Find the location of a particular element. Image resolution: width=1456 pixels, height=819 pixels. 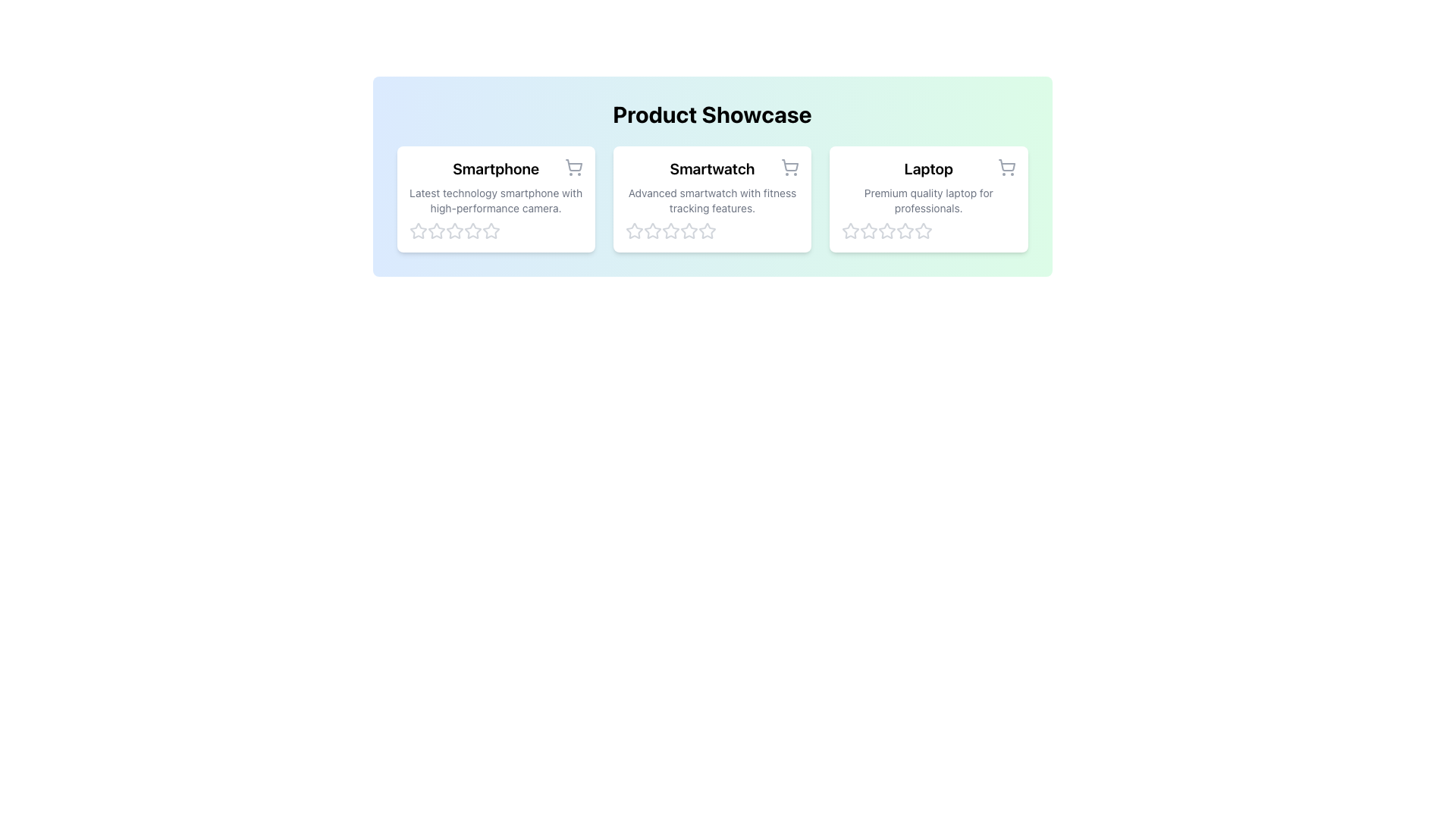

the third star in the horizontal sequence of five stars on the Laptop product card to trigger the interaction effect is located at coordinates (869, 231).